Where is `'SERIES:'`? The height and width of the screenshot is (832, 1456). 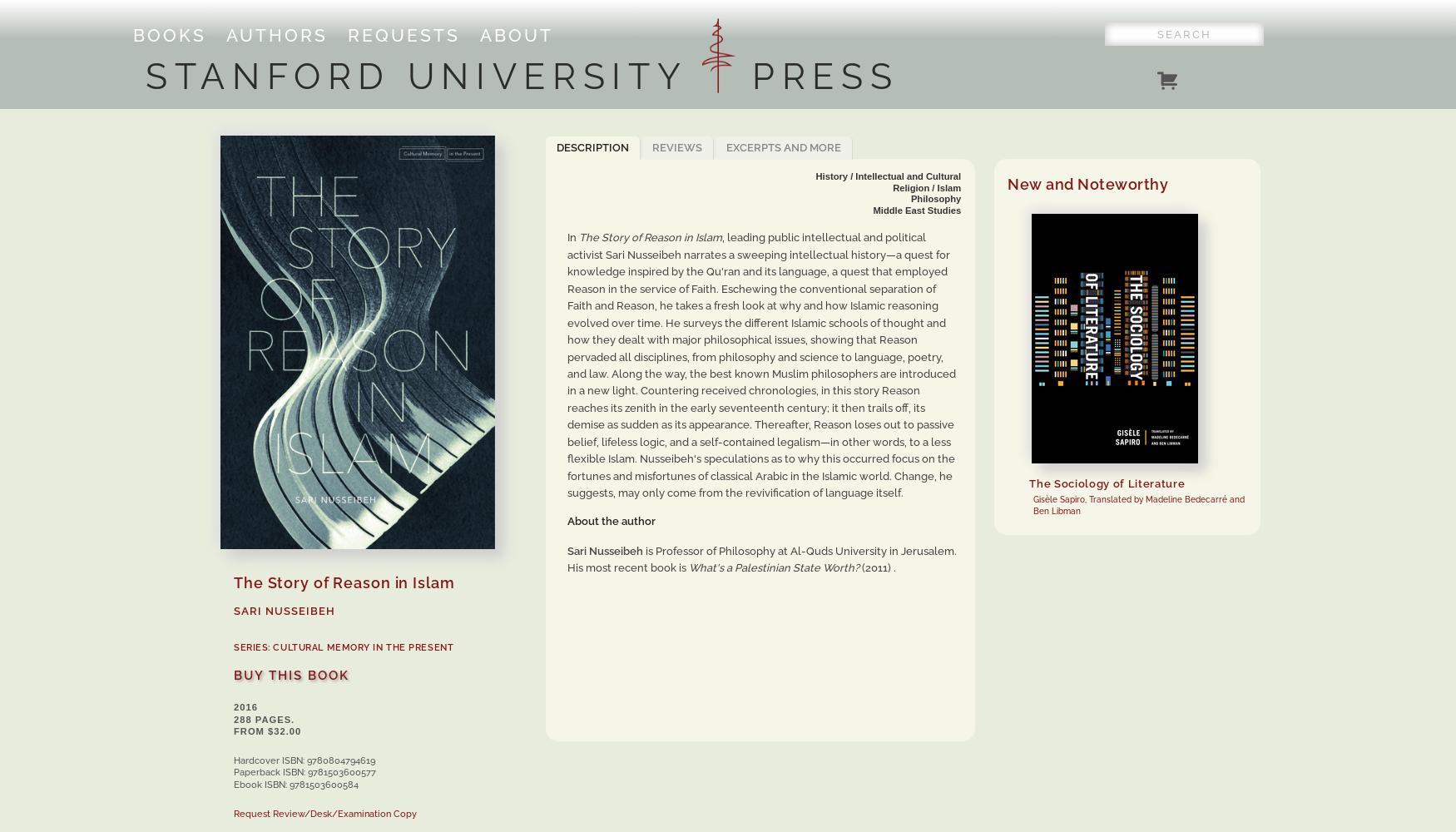 'SERIES:' is located at coordinates (252, 646).